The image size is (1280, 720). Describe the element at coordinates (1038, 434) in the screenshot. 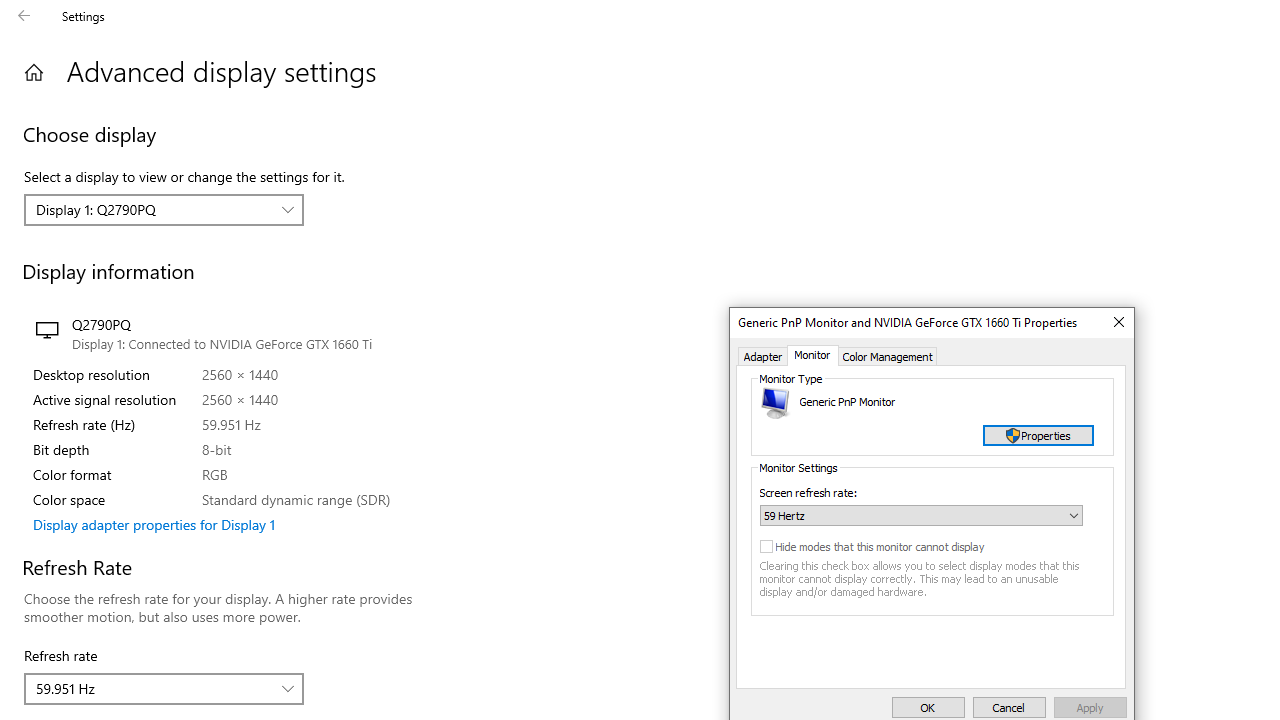

I see `'Properties'` at that location.